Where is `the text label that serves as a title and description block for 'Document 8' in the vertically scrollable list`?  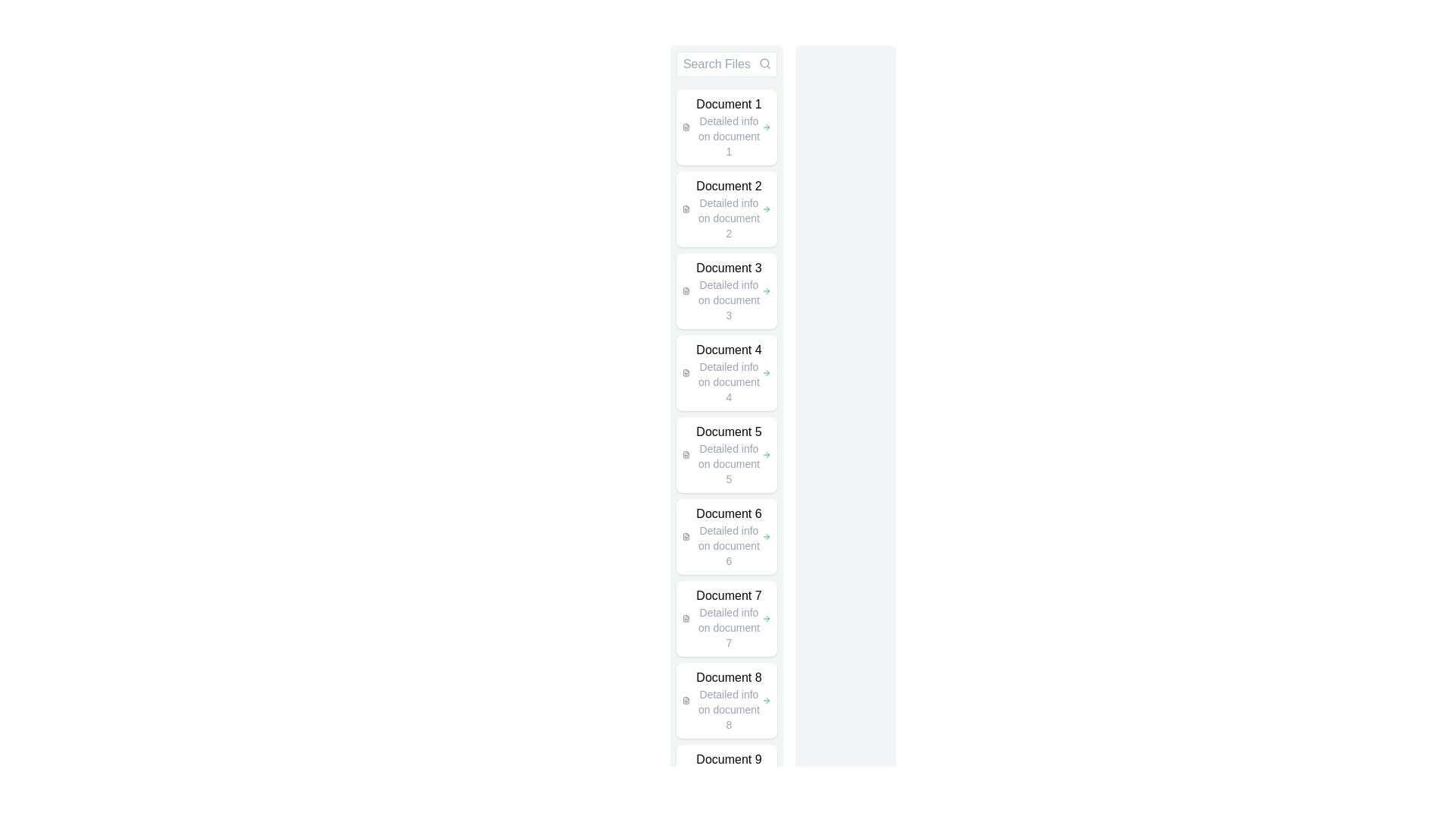 the text label that serves as a title and description block for 'Document 8' in the vertically scrollable list is located at coordinates (729, 701).